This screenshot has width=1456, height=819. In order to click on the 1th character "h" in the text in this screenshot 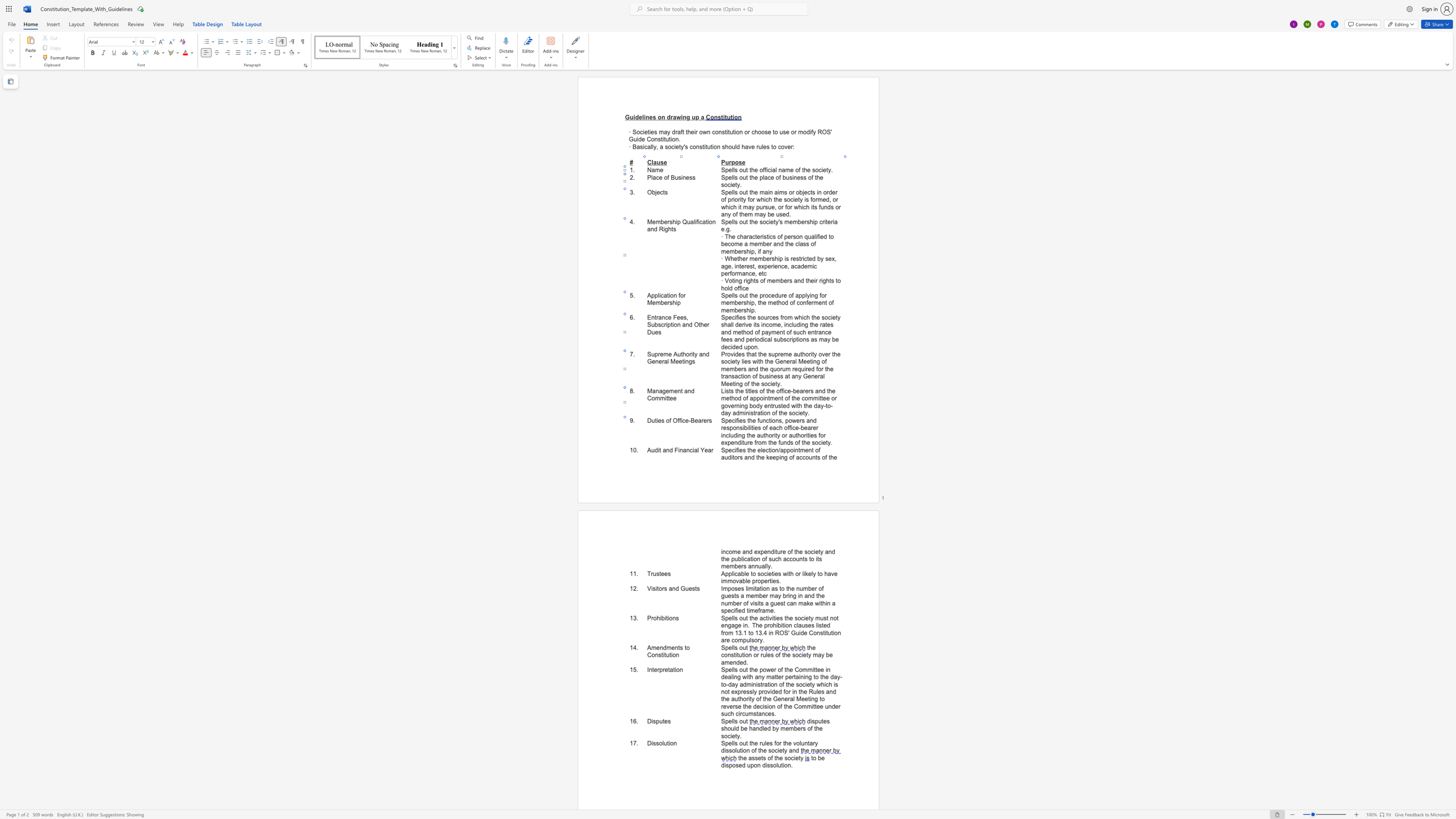, I will do `click(751, 420)`.